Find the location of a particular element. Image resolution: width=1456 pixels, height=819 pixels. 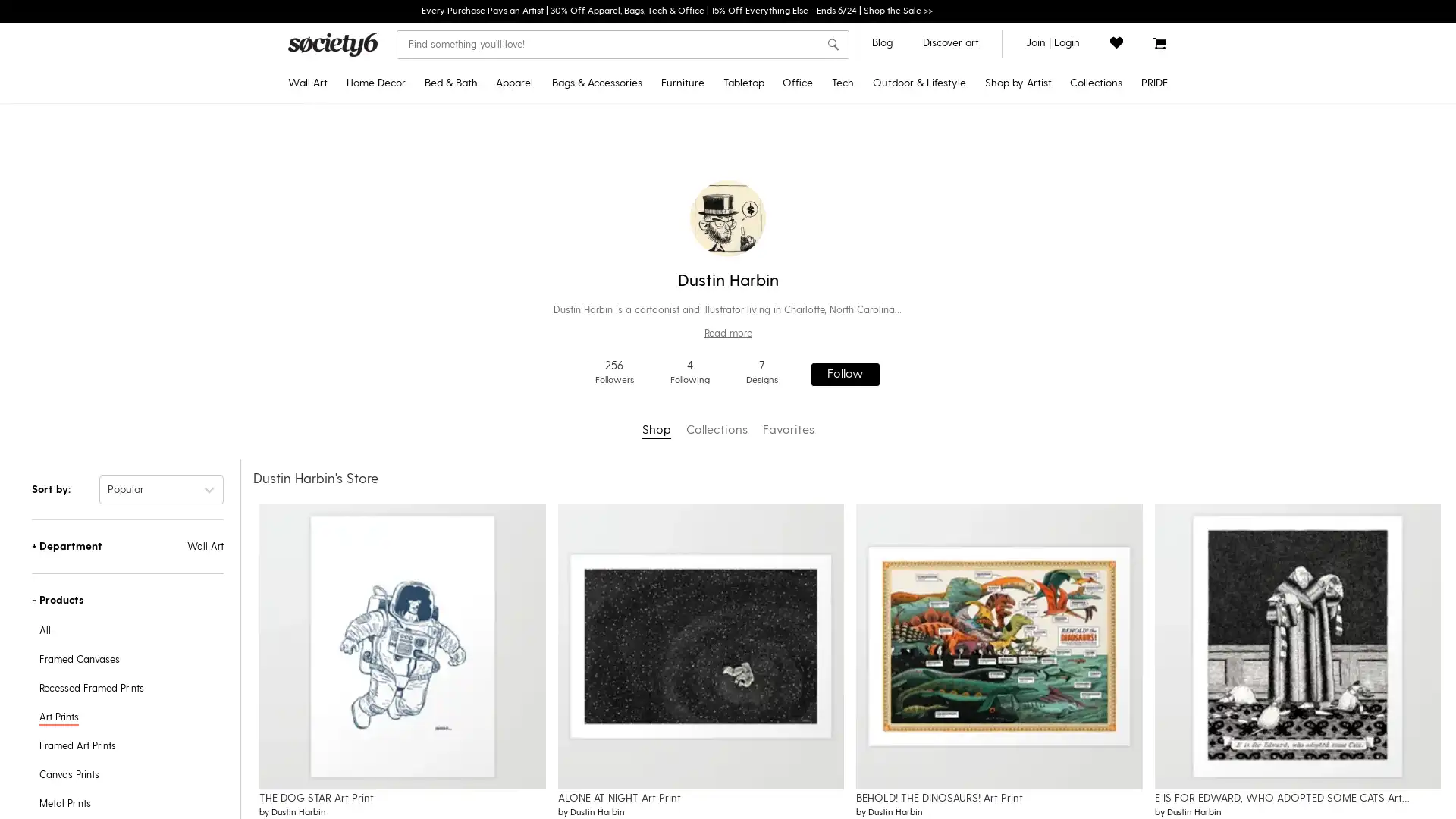

Android Card Cases is located at coordinates (896, 243).